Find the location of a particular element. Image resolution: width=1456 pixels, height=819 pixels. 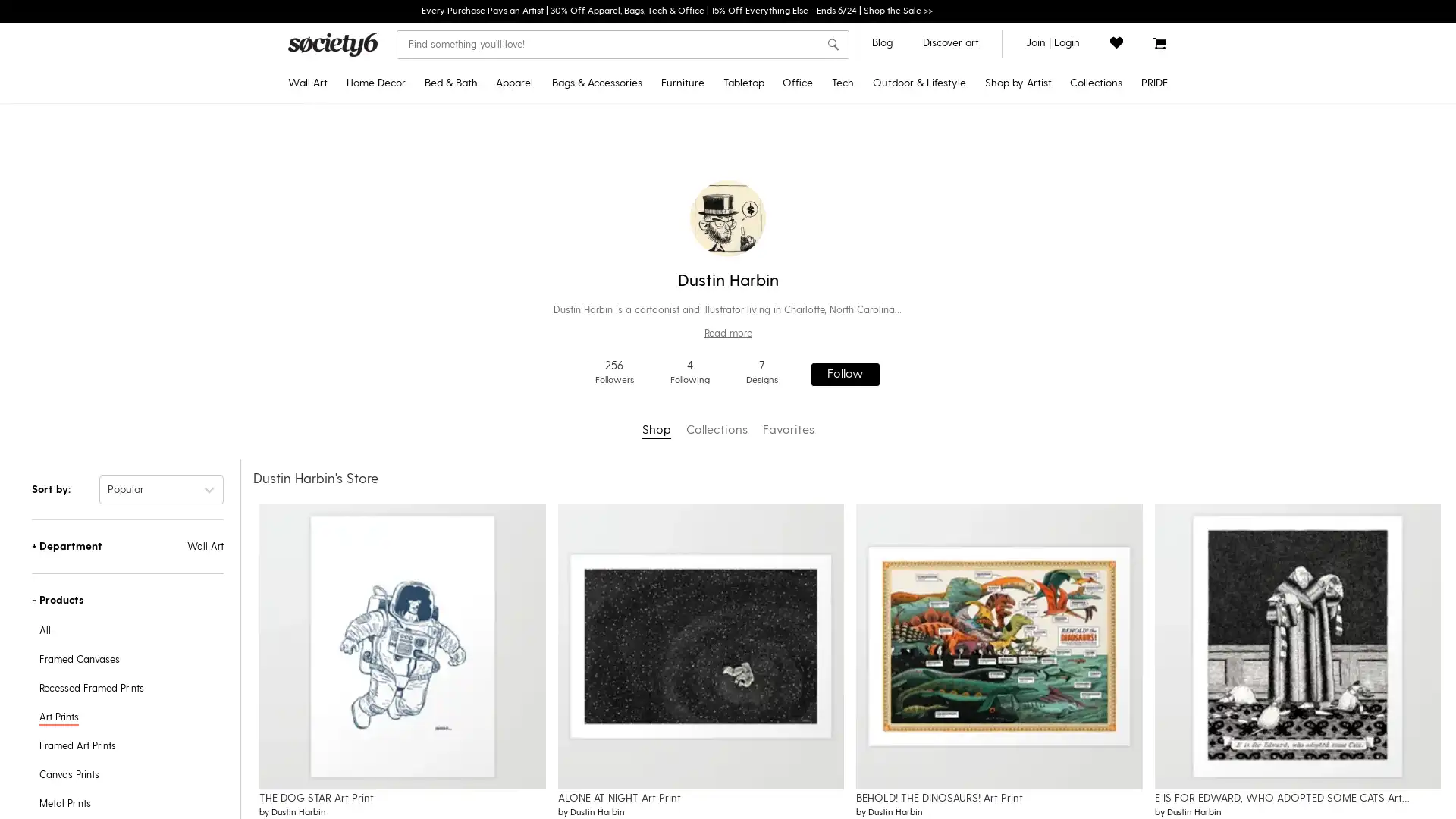

Android Card Cases is located at coordinates (896, 243).